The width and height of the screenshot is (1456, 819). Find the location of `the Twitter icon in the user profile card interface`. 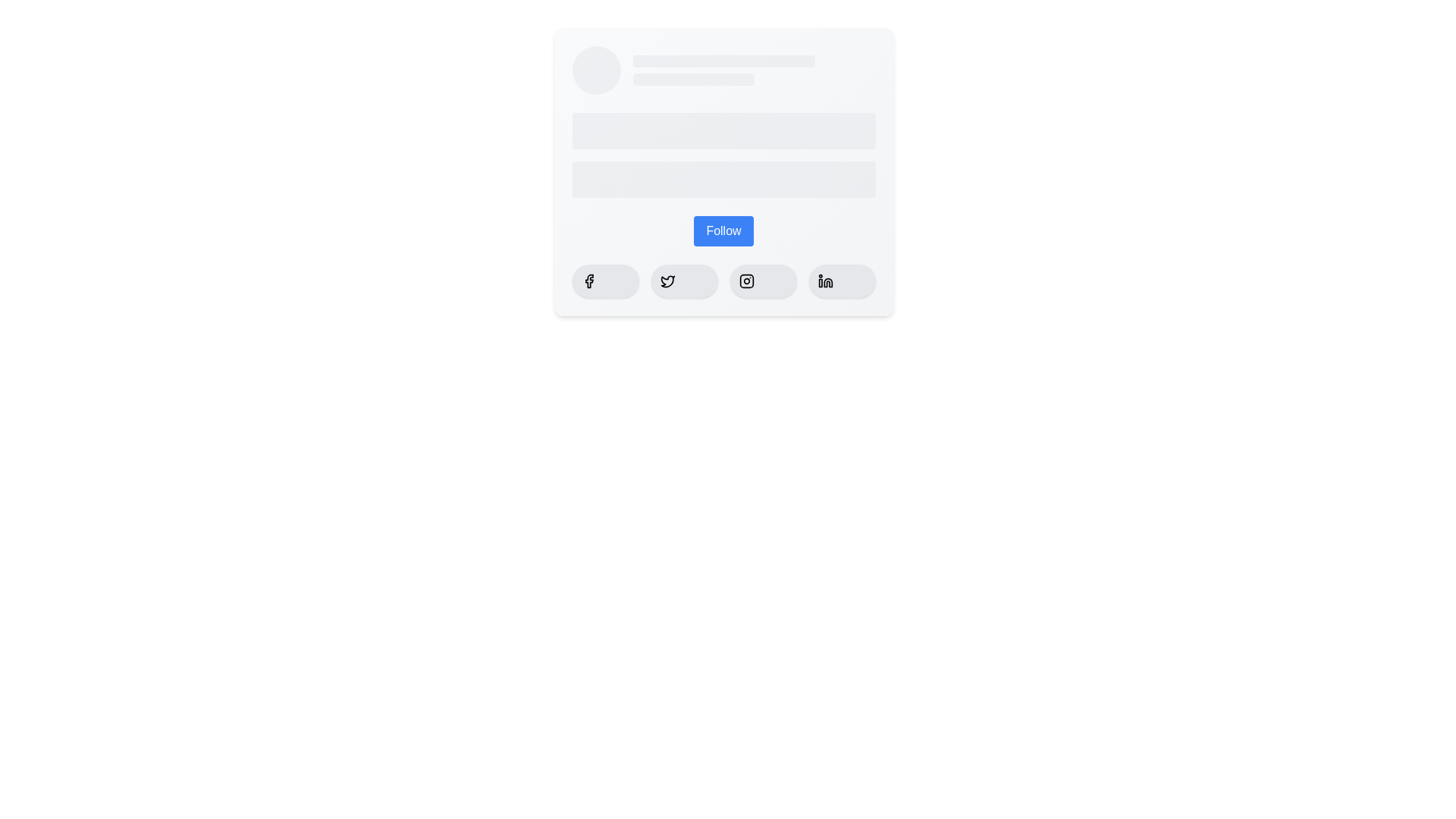

the Twitter icon in the user profile card interface is located at coordinates (667, 281).